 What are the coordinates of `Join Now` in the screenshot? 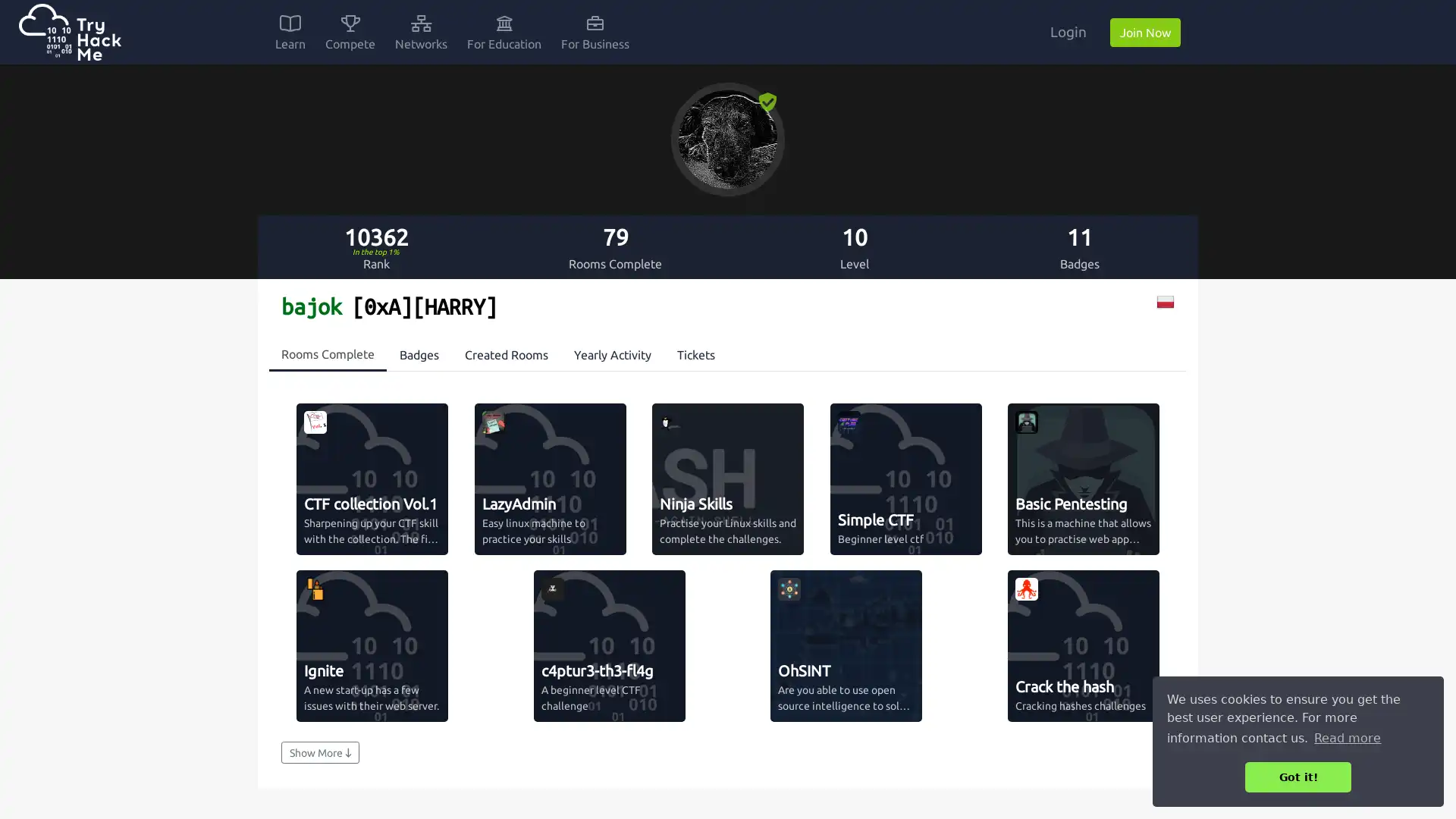 It's located at (1145, 32).